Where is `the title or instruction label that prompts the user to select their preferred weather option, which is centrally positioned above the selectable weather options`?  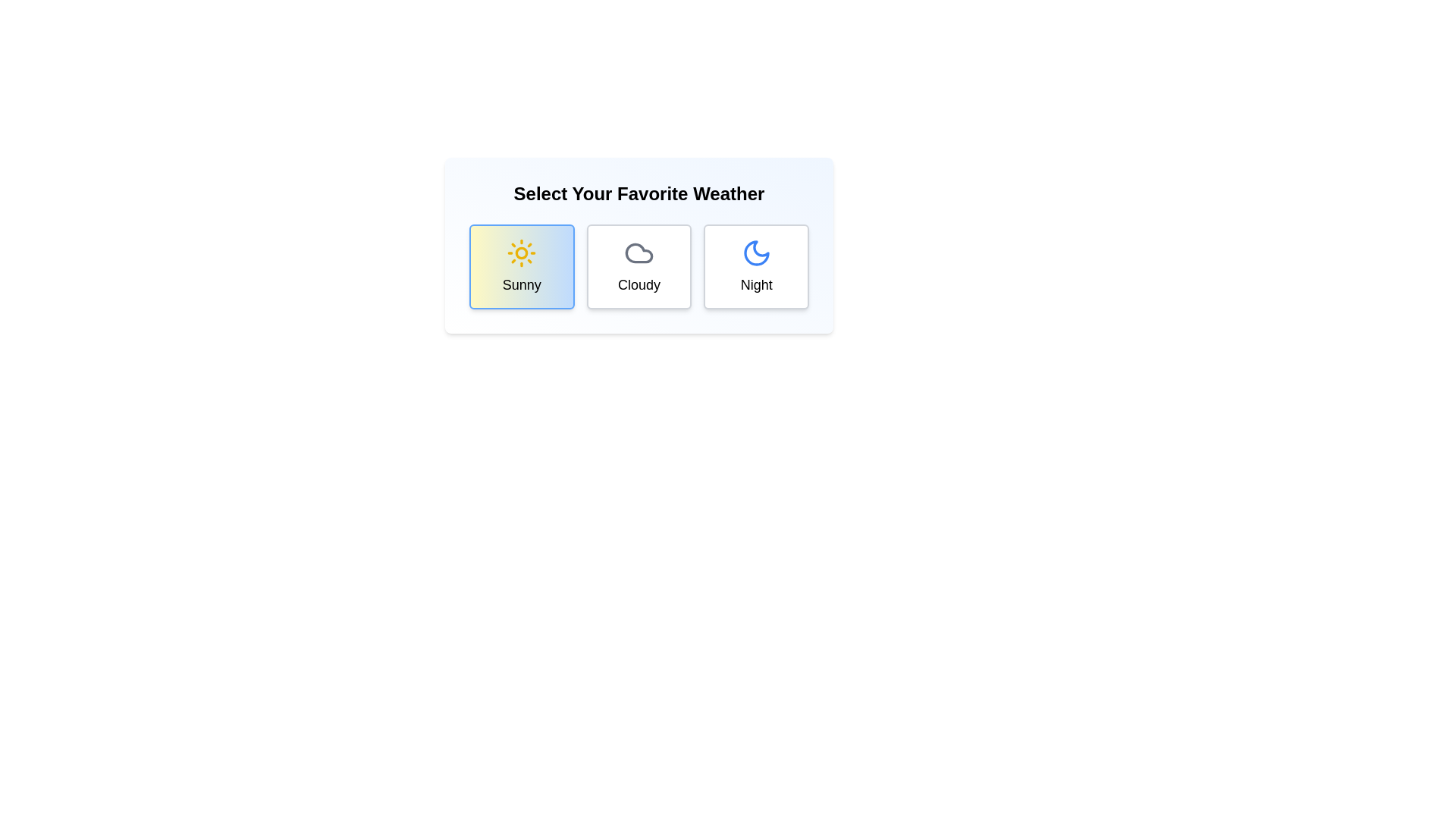
the title or instruction label that prompts the user to select their preferred weather option, which is centrally positioned above the selectable weather options is located at coordinates (639, 193).